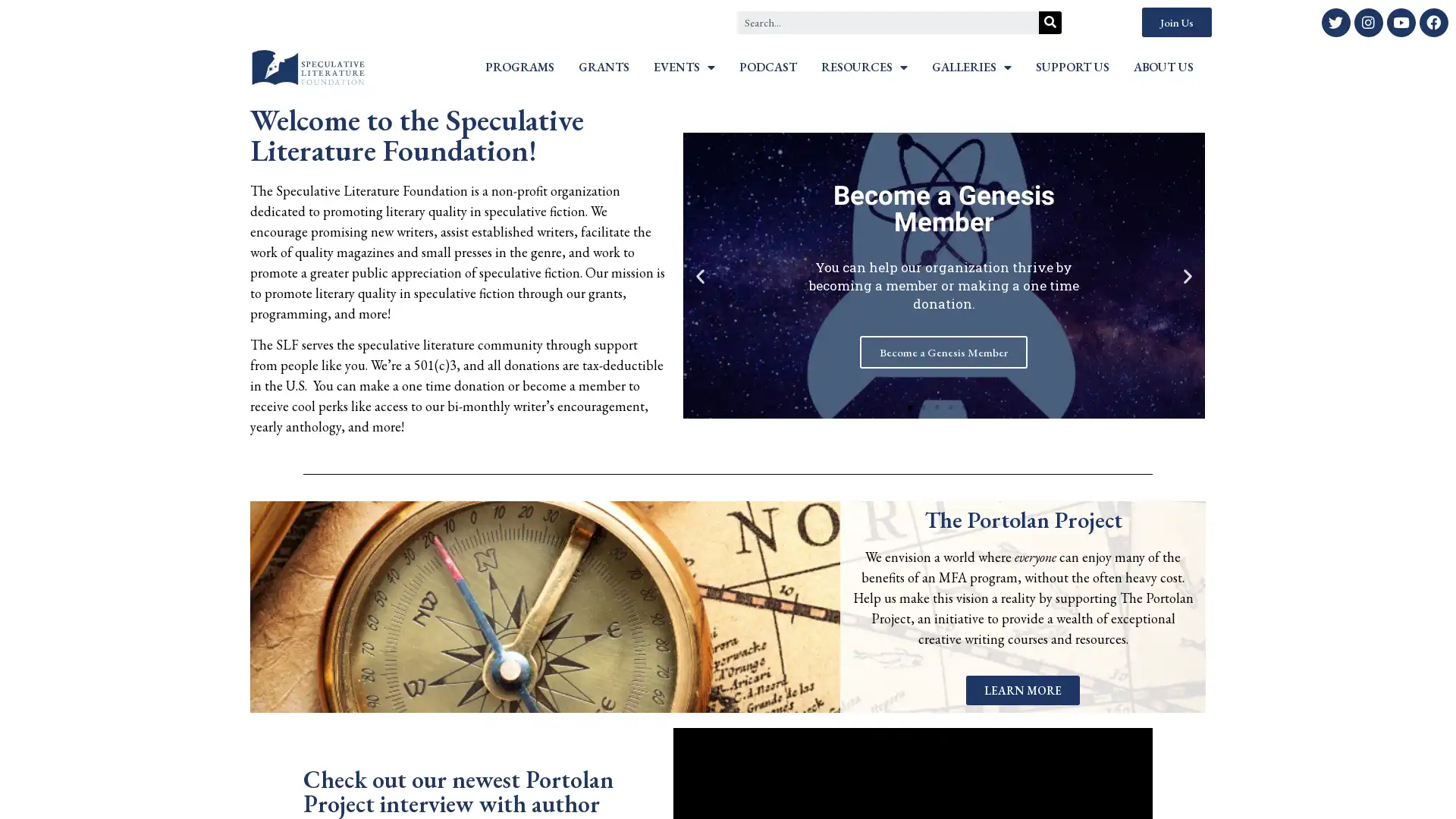 The width and height of the screenshot is (1456, 819). I want to click on Go to slide 1, so click(910, 406).